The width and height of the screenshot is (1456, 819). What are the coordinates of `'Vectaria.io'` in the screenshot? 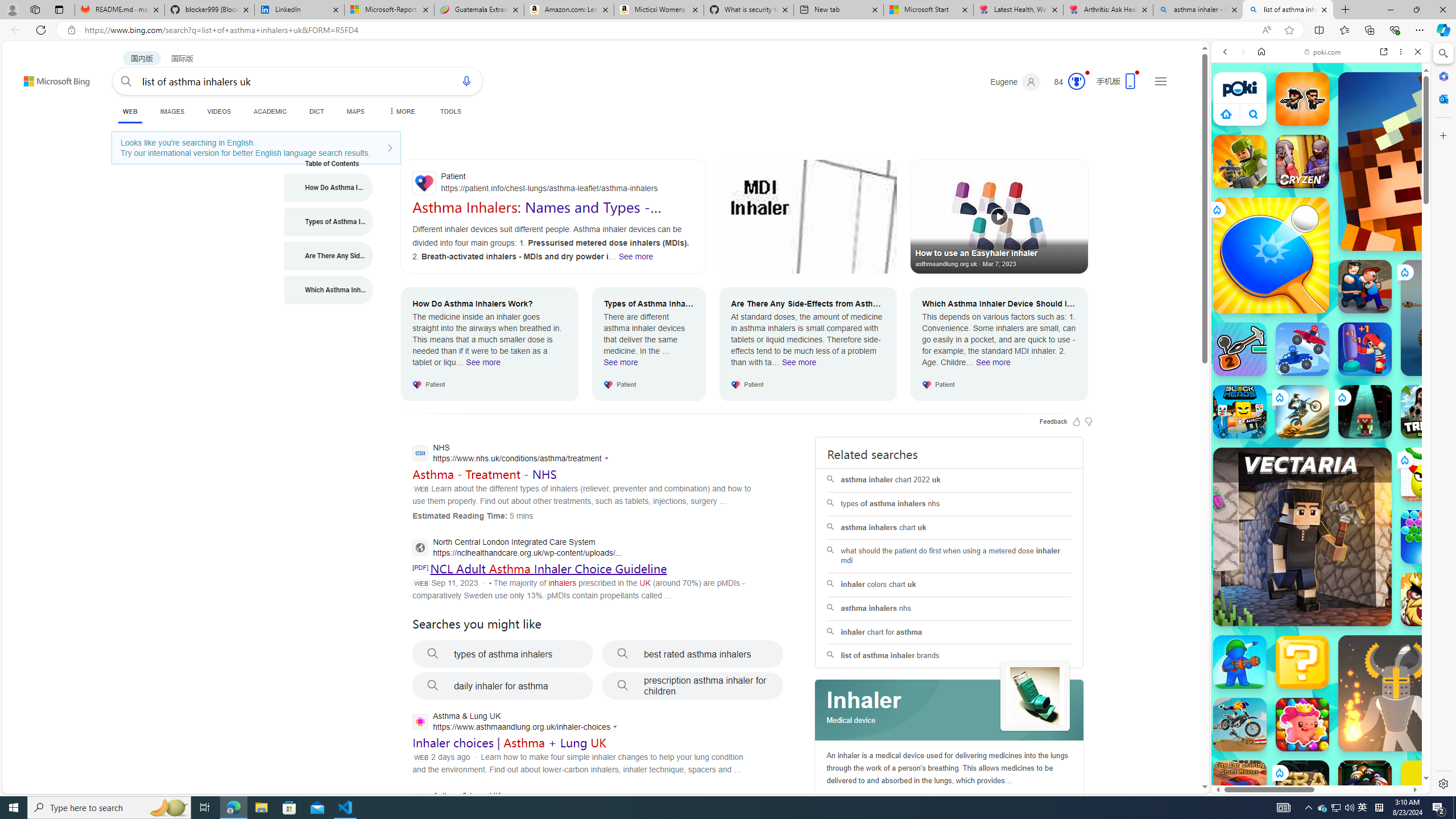 It's located at (1301, 536).